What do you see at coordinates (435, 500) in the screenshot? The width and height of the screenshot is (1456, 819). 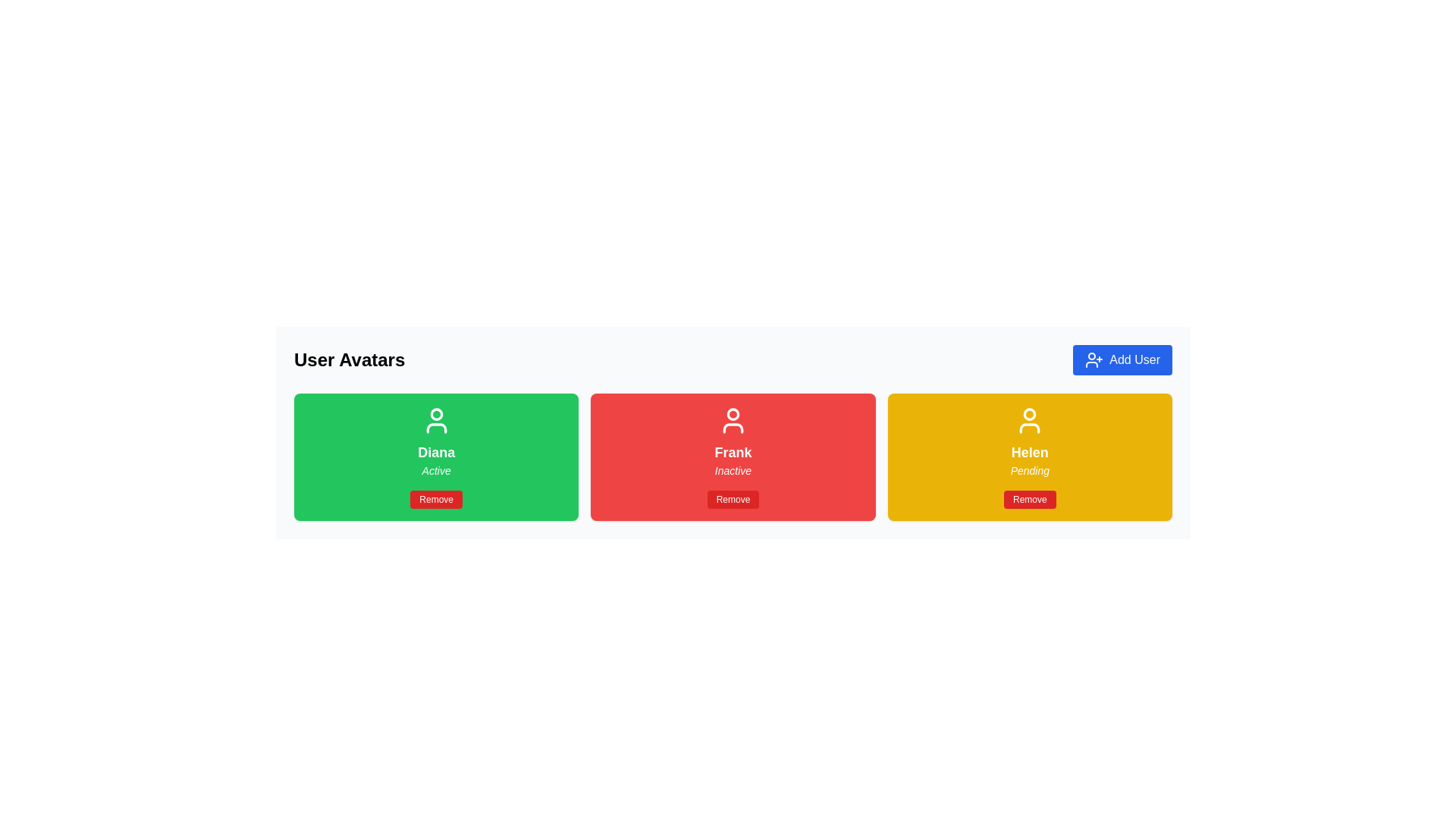 I see `the button located at the bottom of the green user profile card` at bounding box center [435, 500].